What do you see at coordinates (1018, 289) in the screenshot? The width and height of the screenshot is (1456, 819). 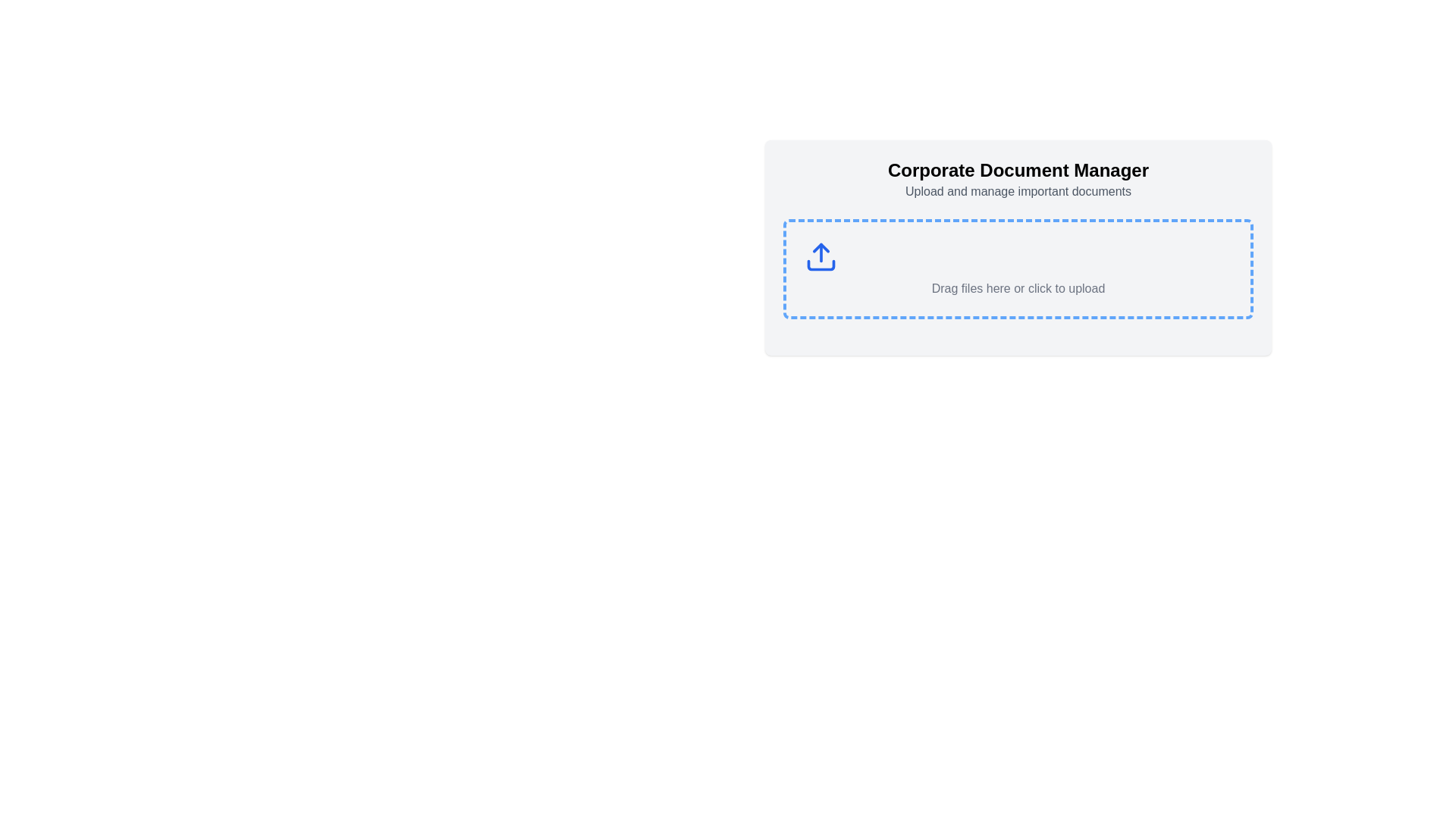 I see `the Text label that provides instructions for the user to drag and drop files or click the area to upload files, which is located in the central part of the interface below an upload icon` at bounding box center [1018, 289].